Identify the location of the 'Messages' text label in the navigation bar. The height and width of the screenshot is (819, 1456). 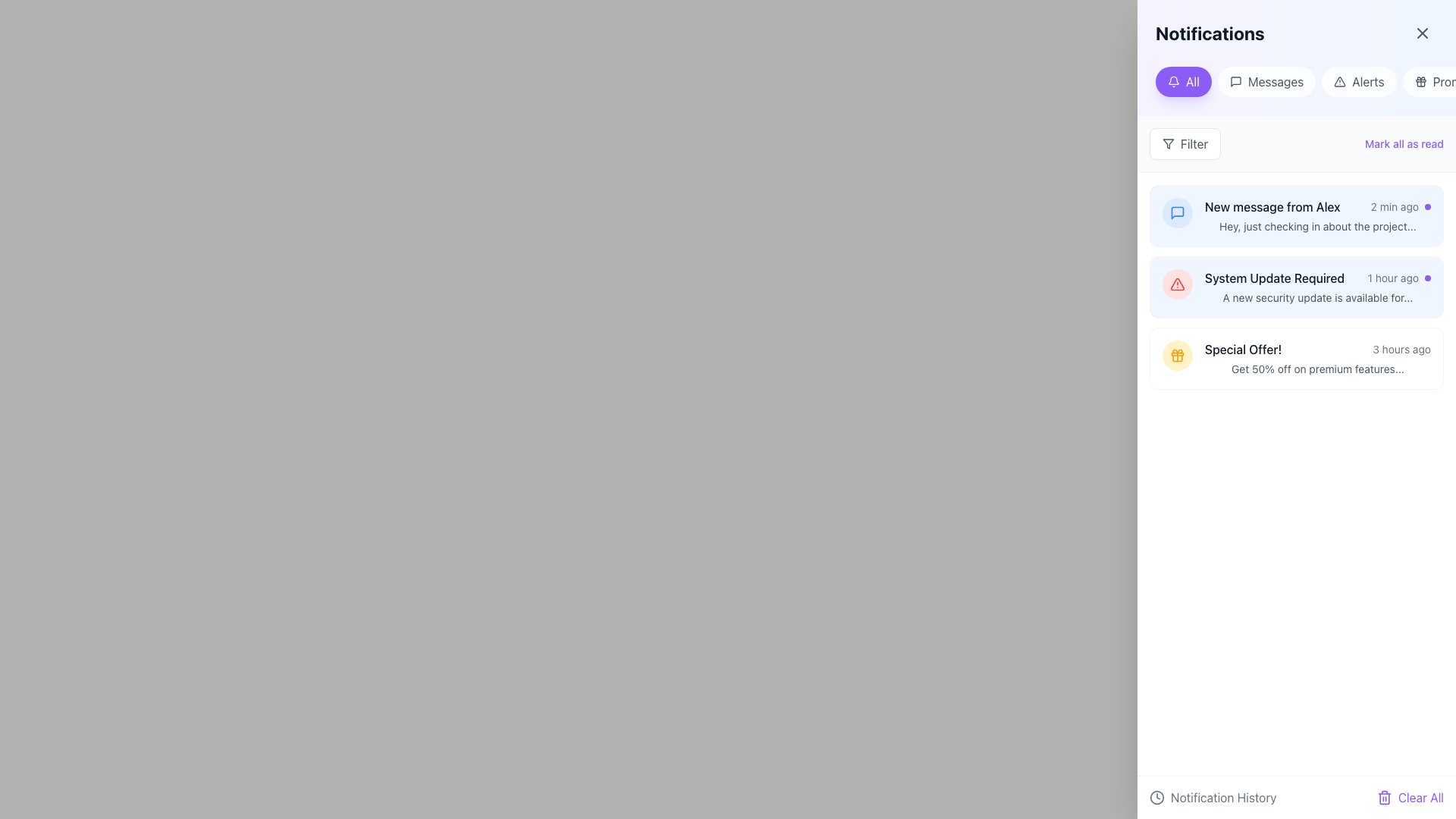
(1275, 82).